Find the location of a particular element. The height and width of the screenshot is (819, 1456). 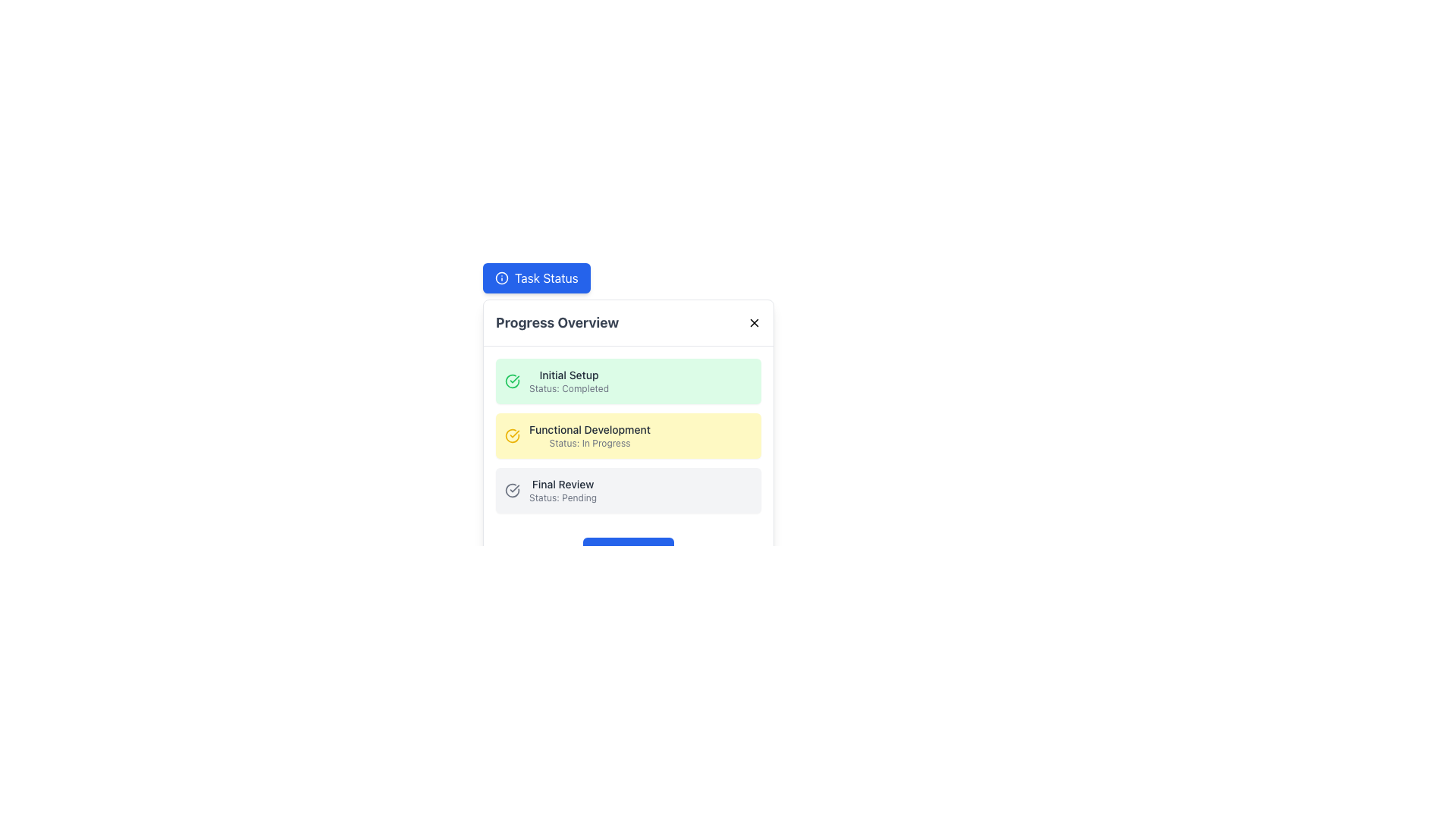

the Text label that identifies the corresponding task or stage within the progress tracker, which is positioned above the status description 'Status: Pending' in the 'Progress Overview' section is located at coordinates (562, 485).